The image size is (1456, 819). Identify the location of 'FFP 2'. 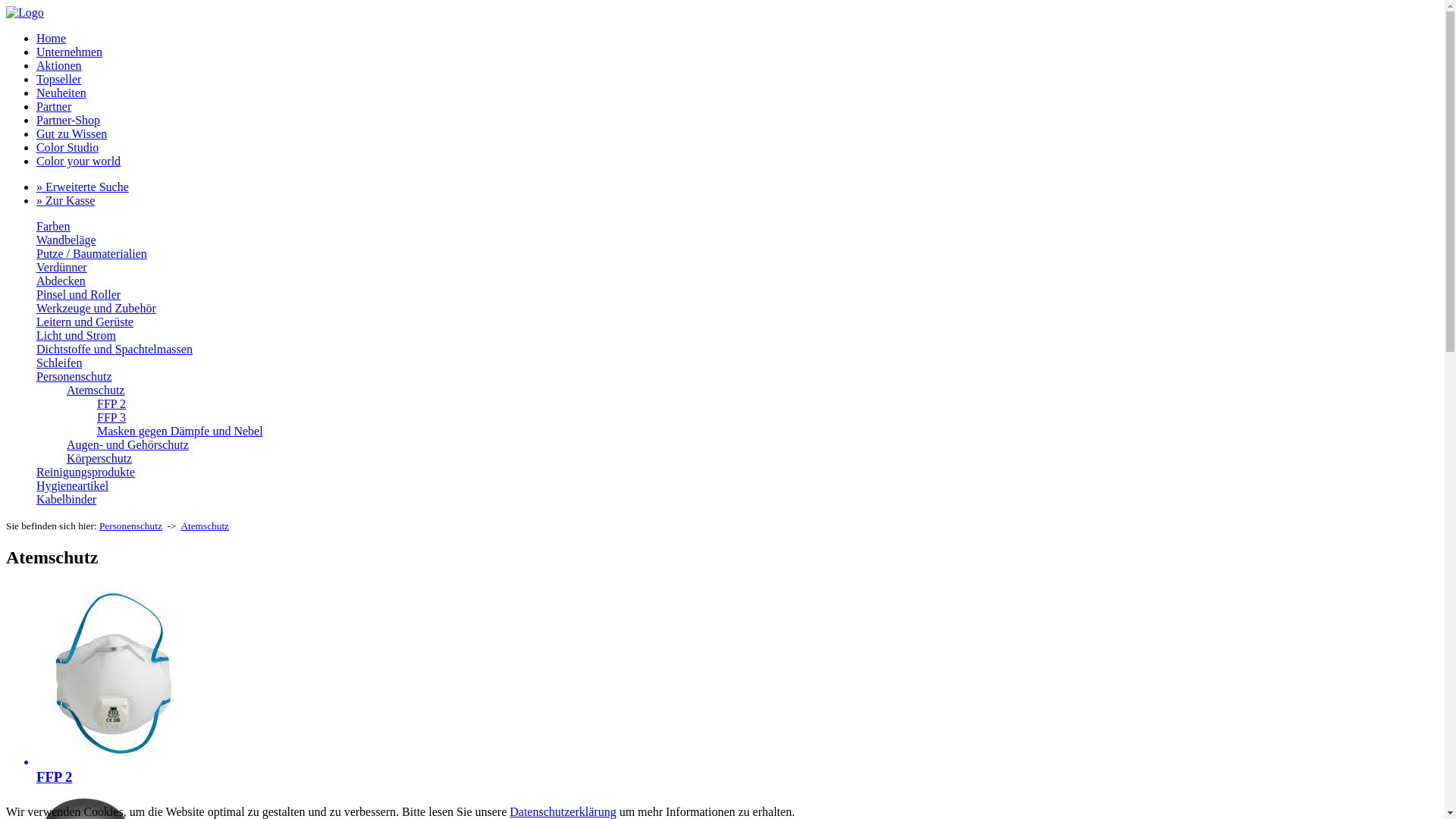
(111, 403).